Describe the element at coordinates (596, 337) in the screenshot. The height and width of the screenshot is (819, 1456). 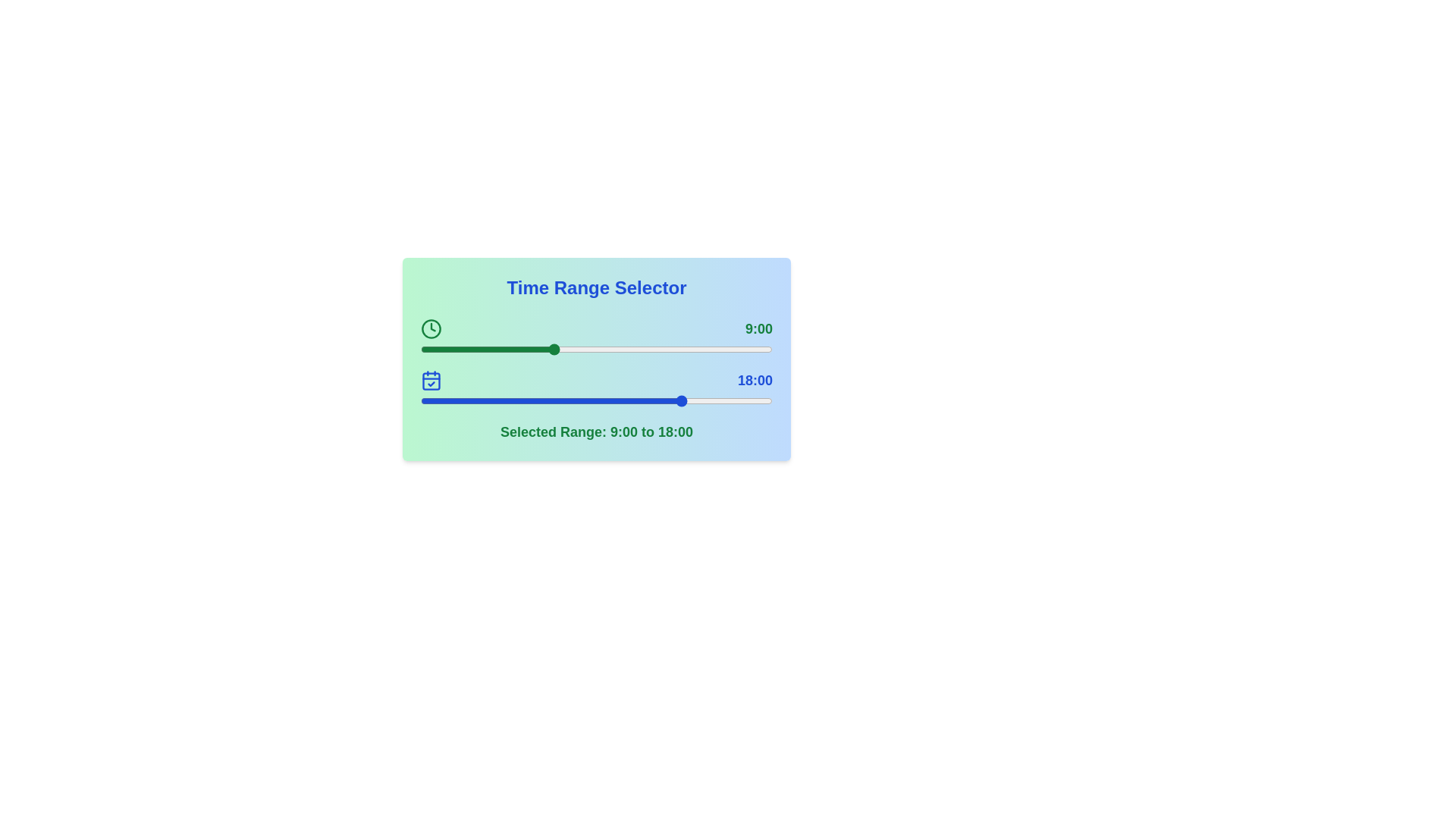
I see `the horizontal slider with a thick green thumb positioned at '9:00'` at that location.